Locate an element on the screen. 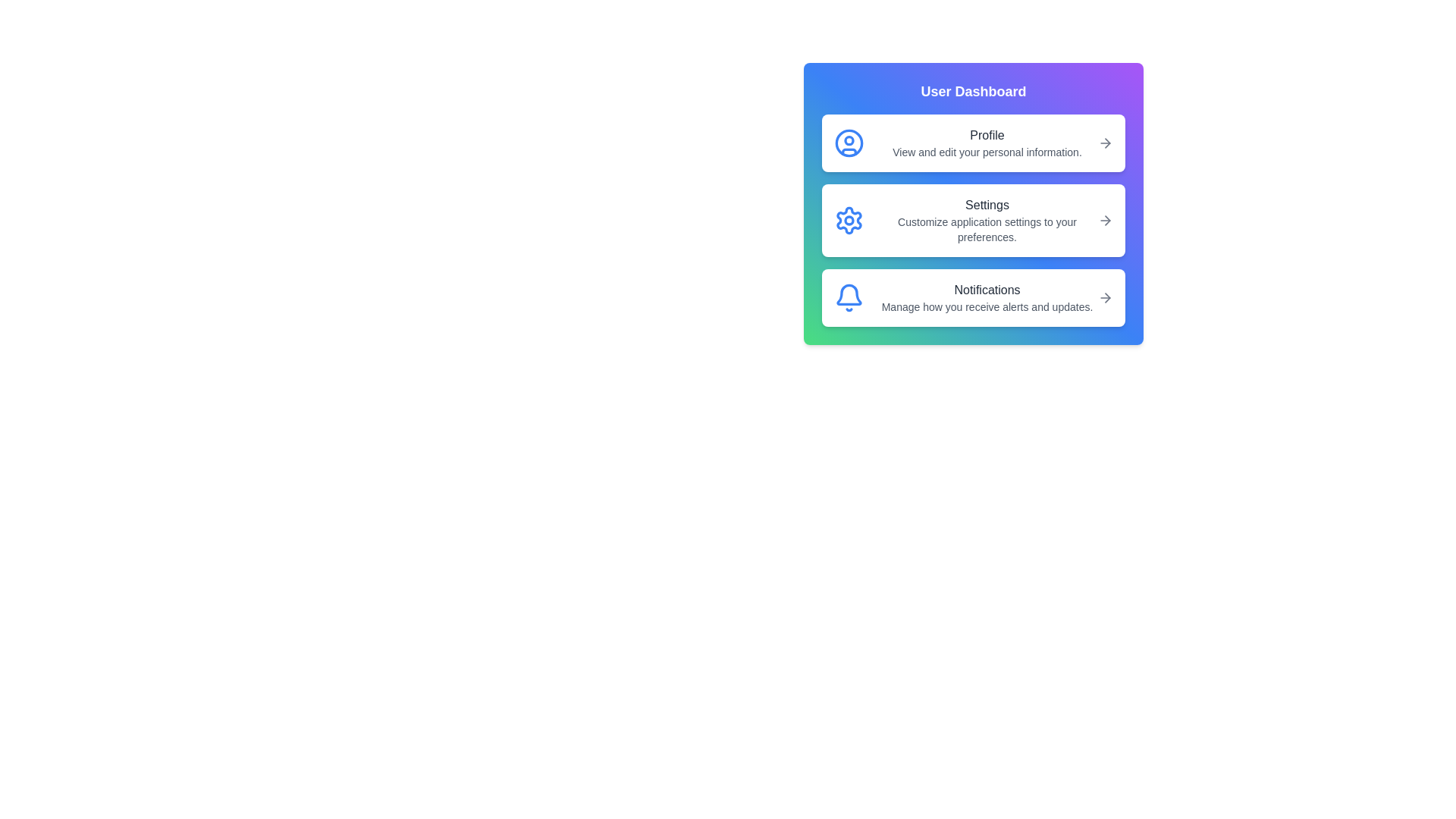  the Settings icon to view its context menu options is located at coordinates (848, 220).